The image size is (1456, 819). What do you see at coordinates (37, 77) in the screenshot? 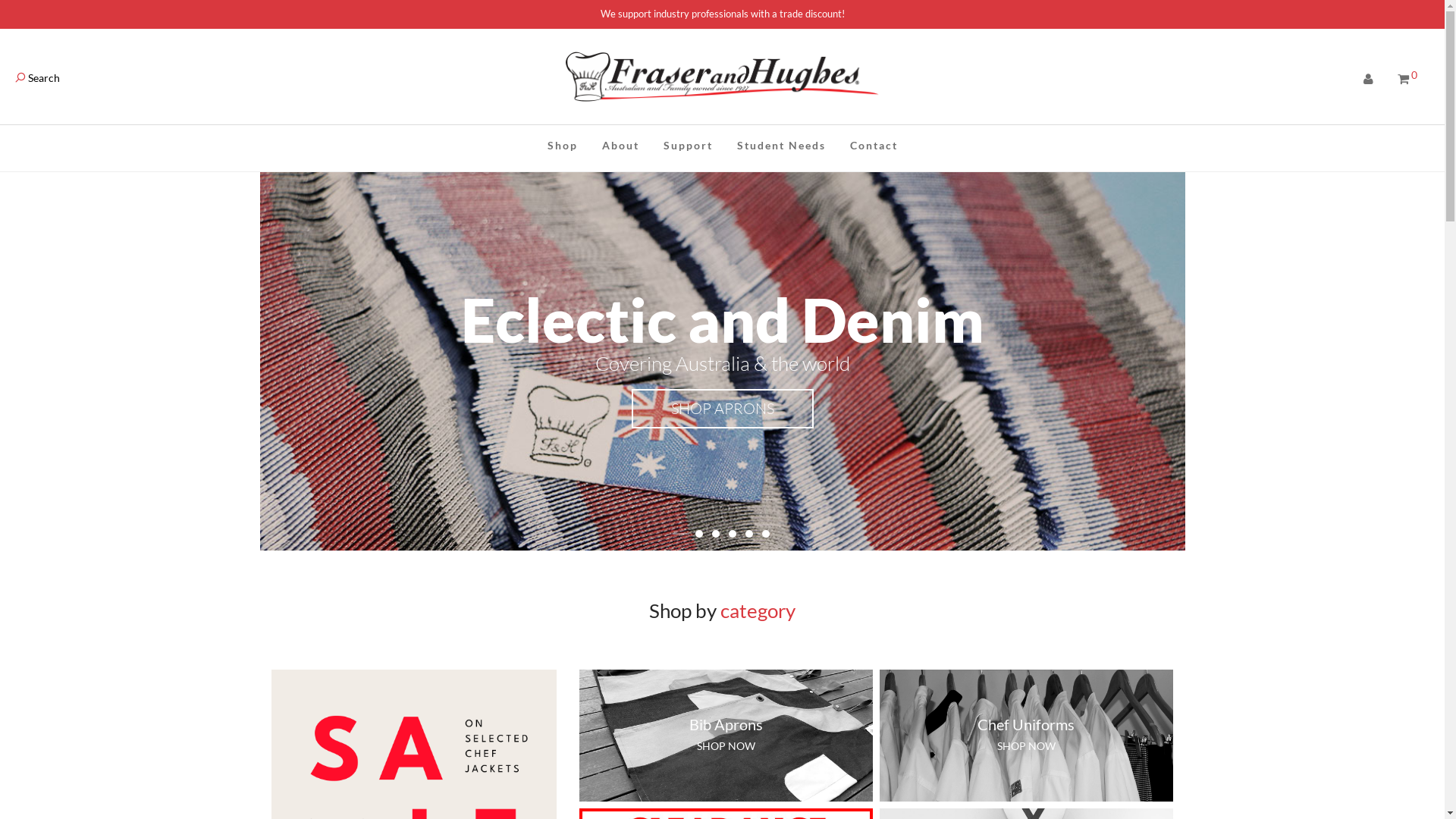
I see `'Search'` at bounding box center [37, 77].